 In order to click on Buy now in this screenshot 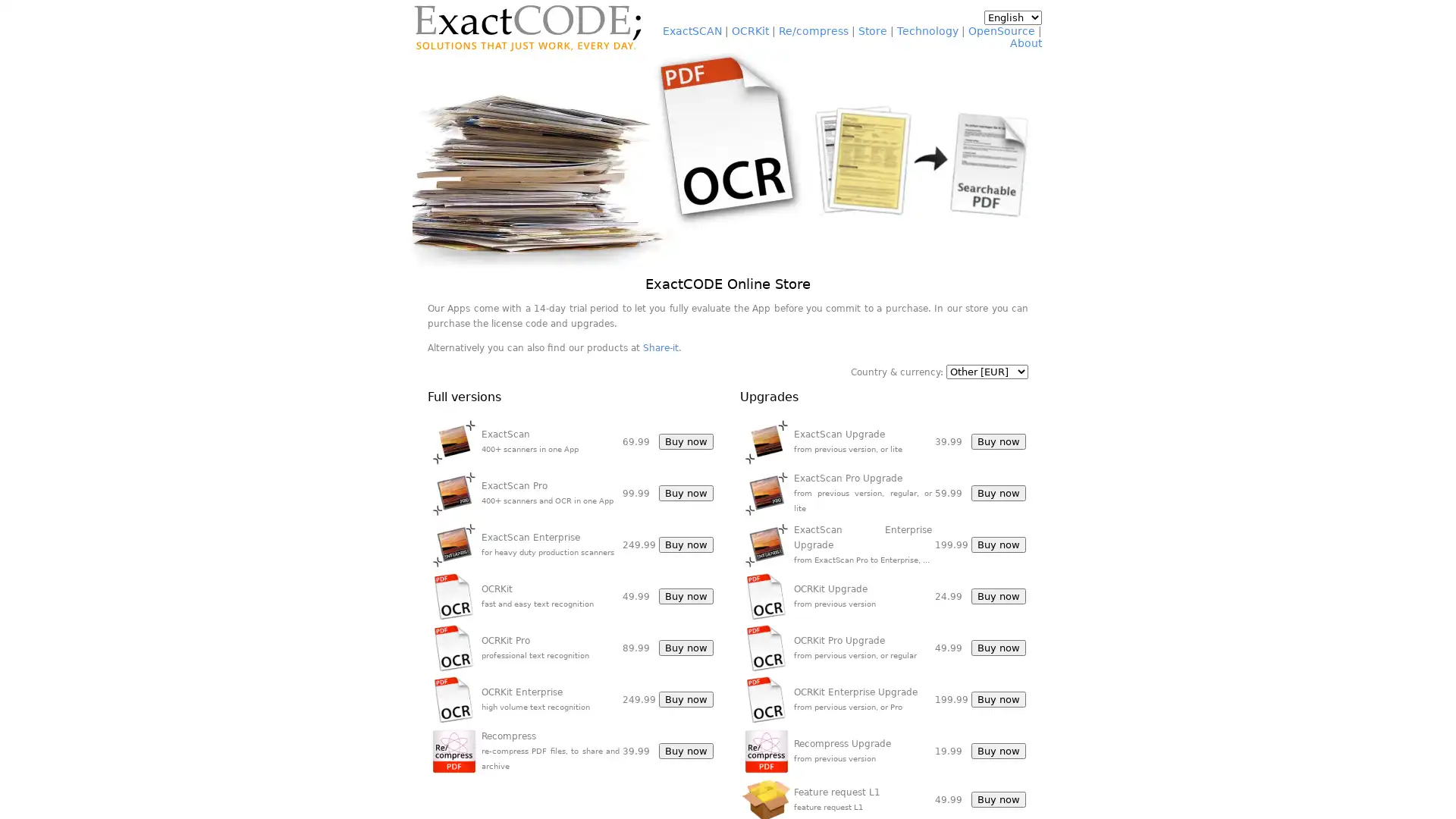, I will do `click(997, 799)`.